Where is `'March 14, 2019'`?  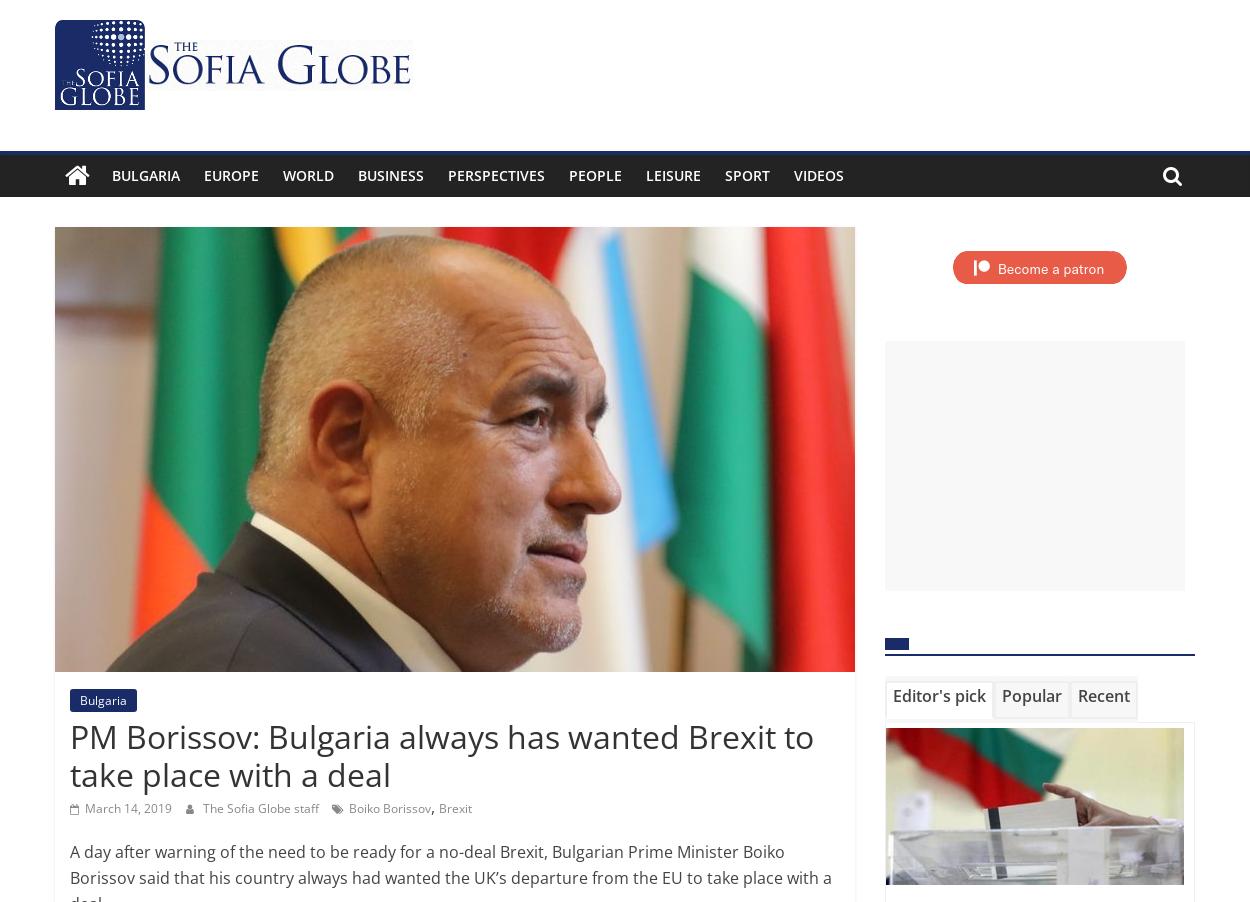 'March 14, 2019' is located at coordinates (128, 806).